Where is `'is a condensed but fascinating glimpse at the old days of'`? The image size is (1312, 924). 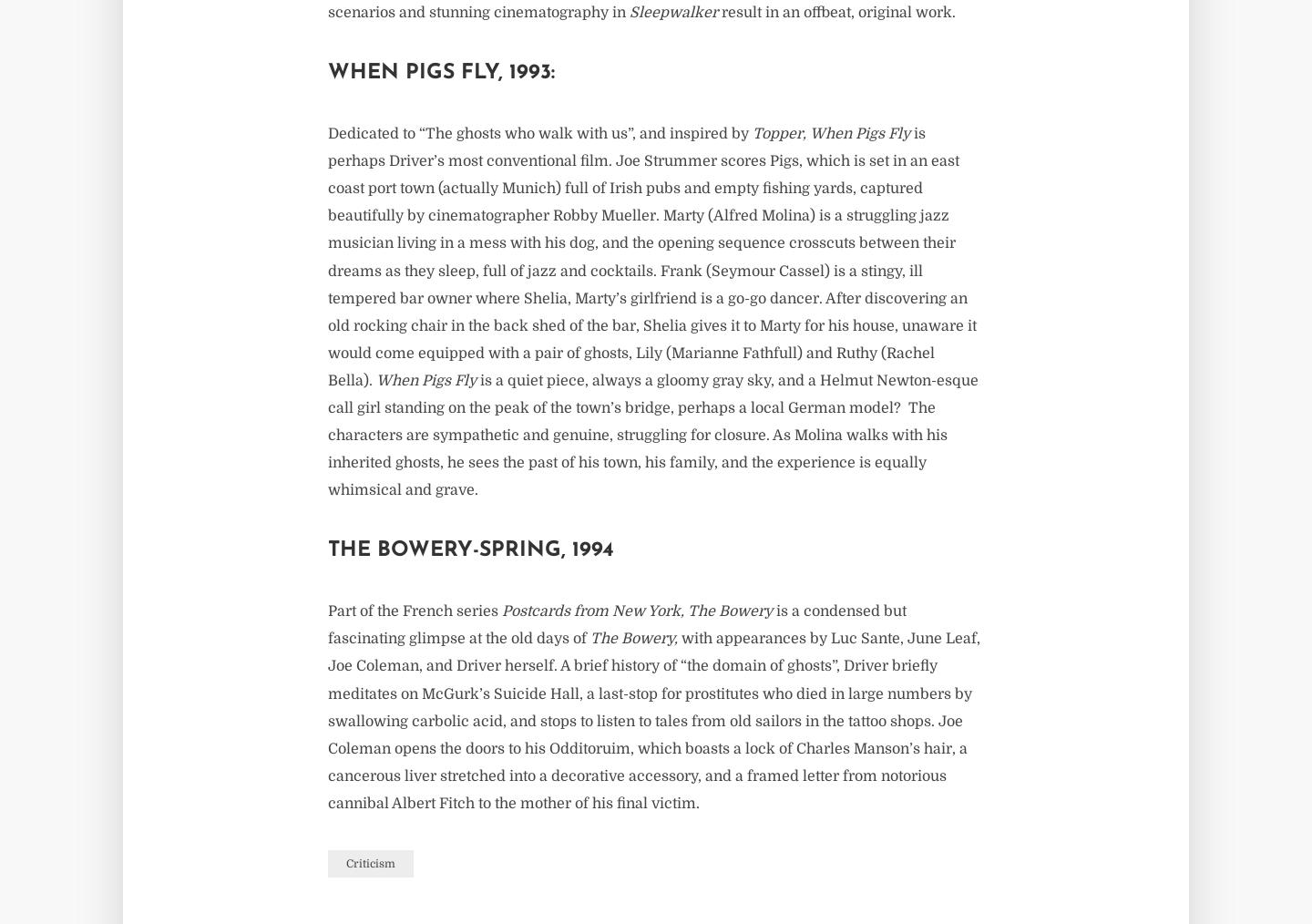
'is a condensed but fascinating glimpse at the old days of' is located at coordinates (617, 623).